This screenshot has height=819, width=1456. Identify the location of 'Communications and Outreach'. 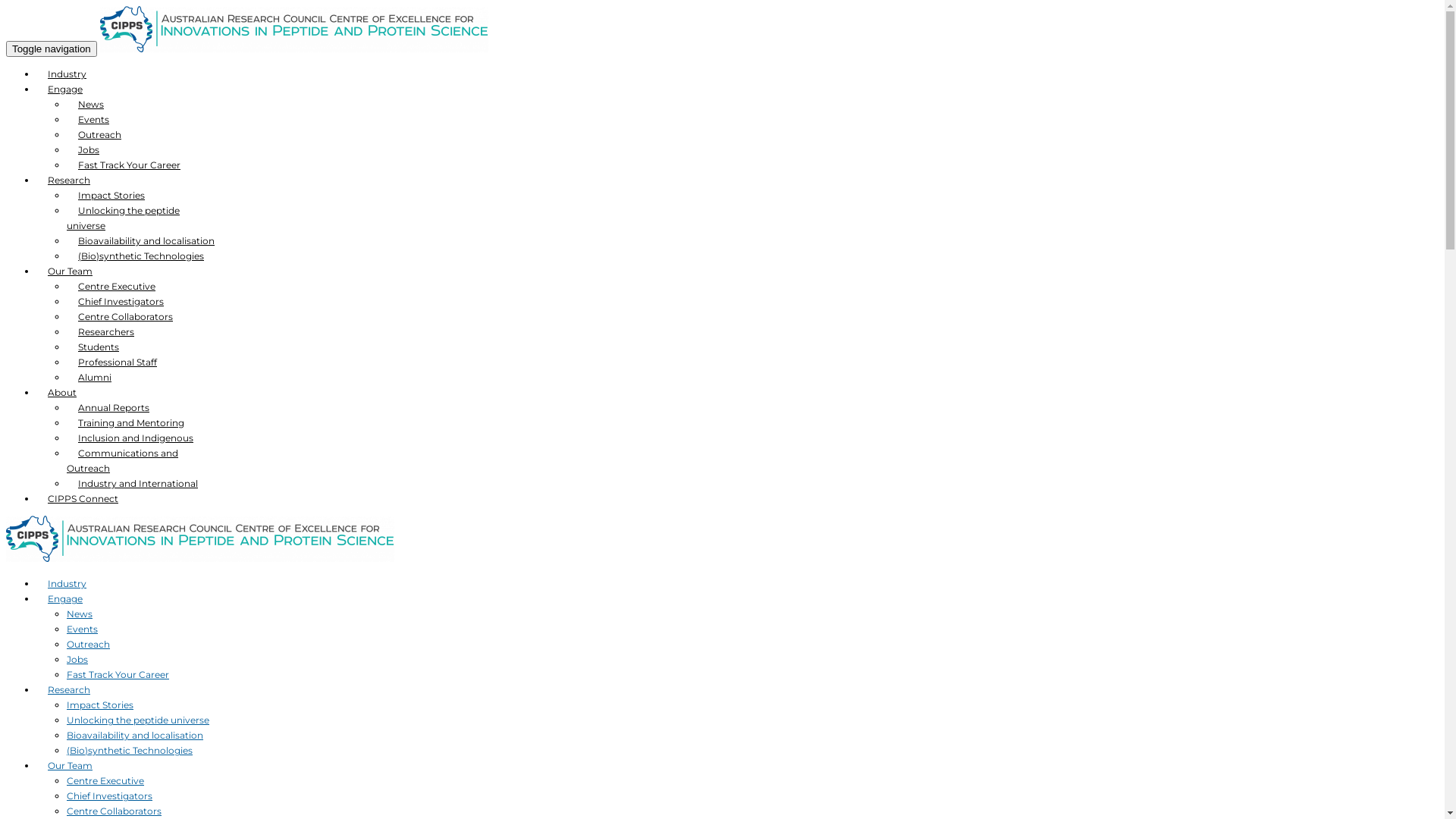
(122, 460).